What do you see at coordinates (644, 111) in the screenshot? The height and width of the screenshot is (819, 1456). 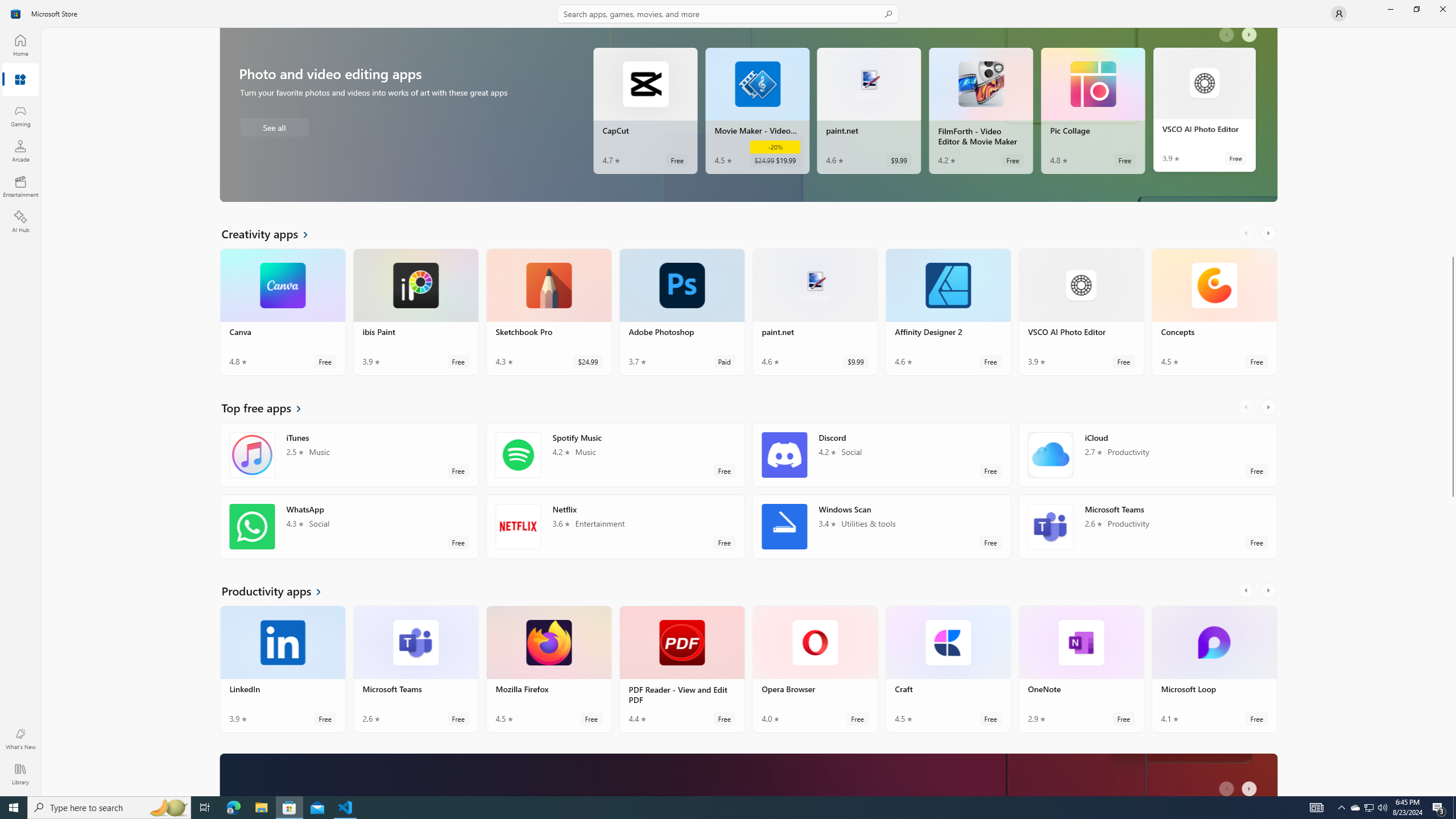 I see `'CapCut. Average rating of 4.7 out of five stars. Free  '` at bounding box center [644, 111].